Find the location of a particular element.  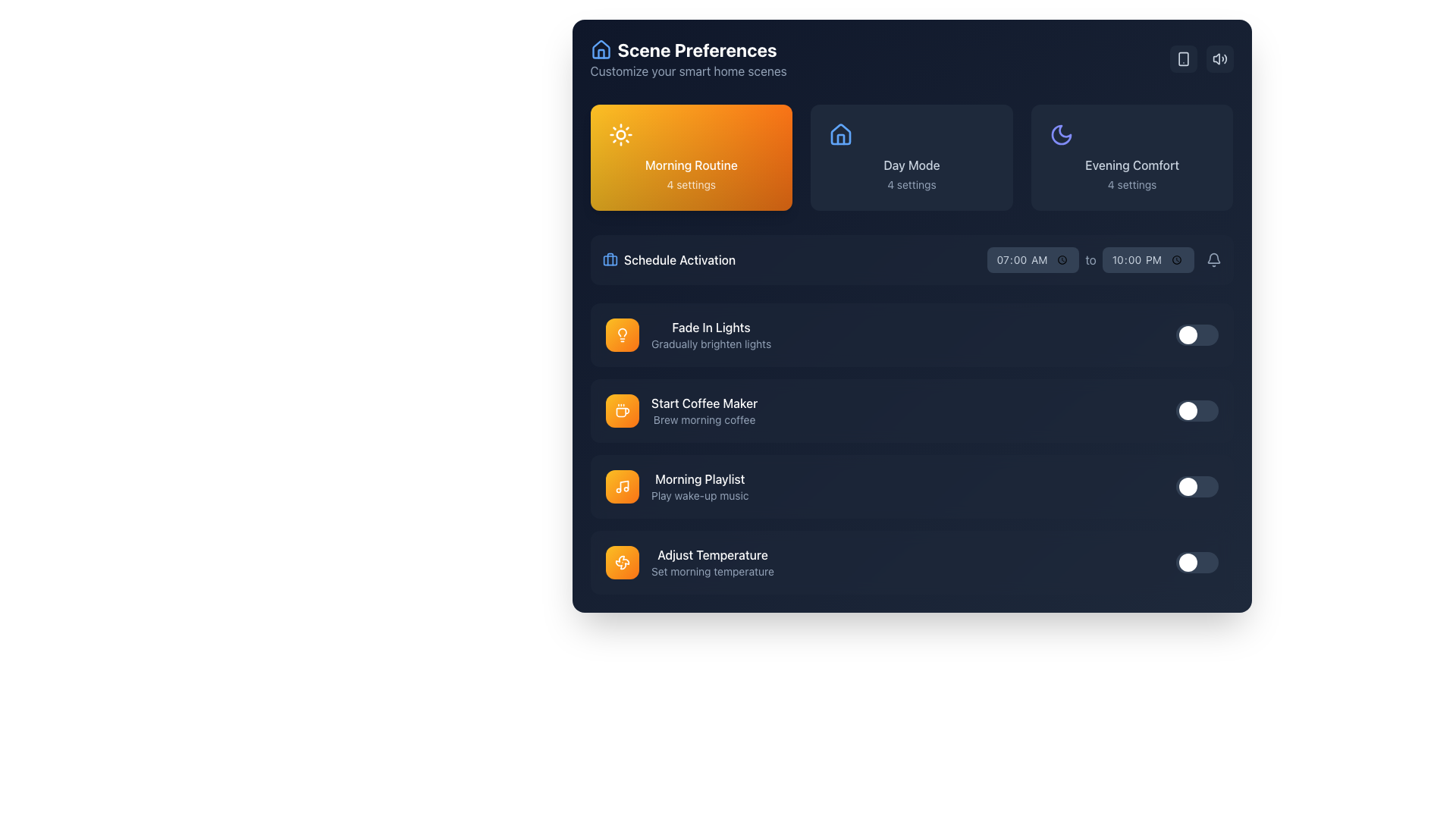

the 'Morning Routine' icon located at the leftmost of the top row within the 'Scene Preferences' section is located at coordinates (620, 133).